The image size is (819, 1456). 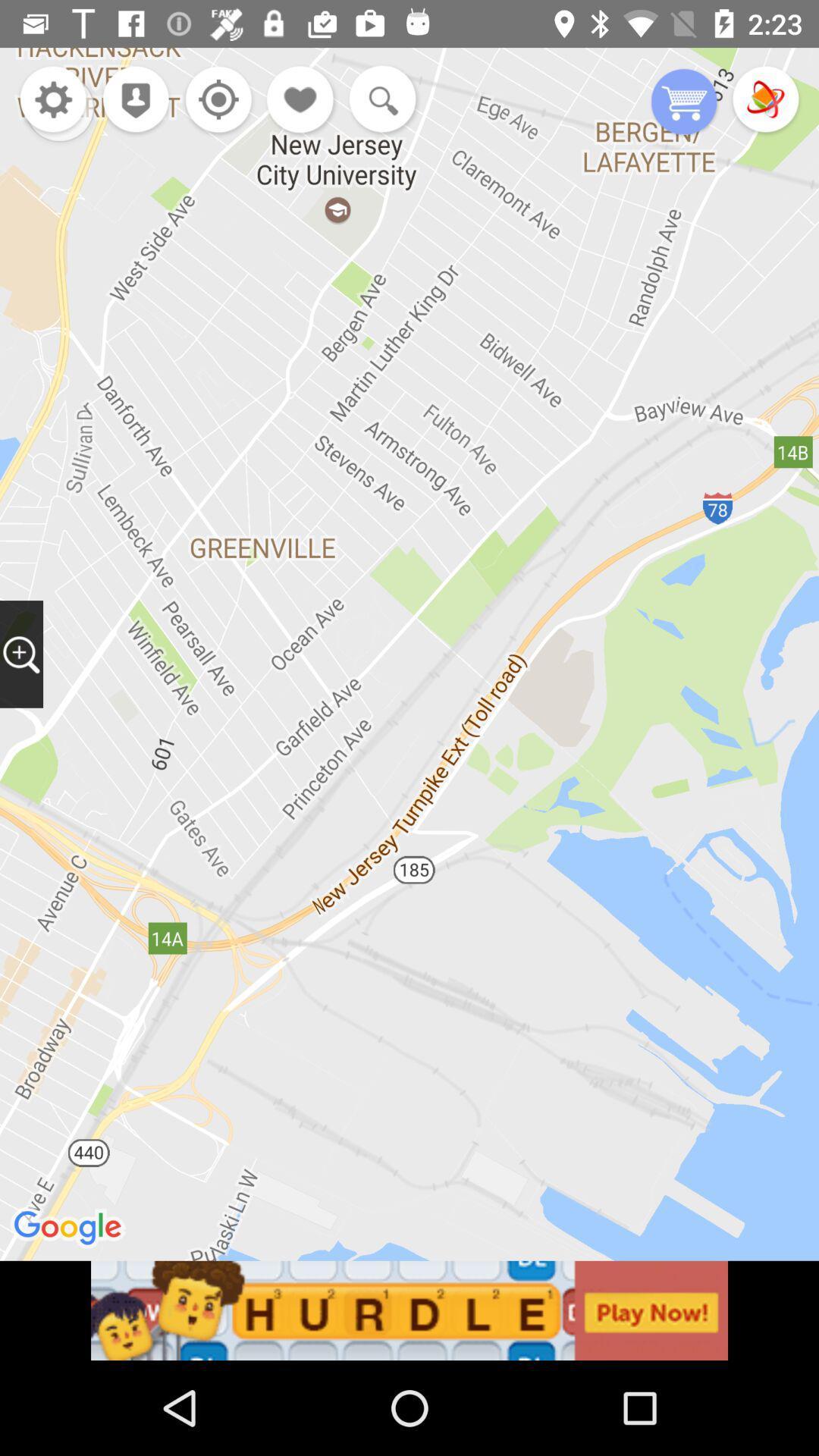 What do you see at coordinates (684, 102) in the screenshot?
I see `open cart` at bounding box center [684, 102].